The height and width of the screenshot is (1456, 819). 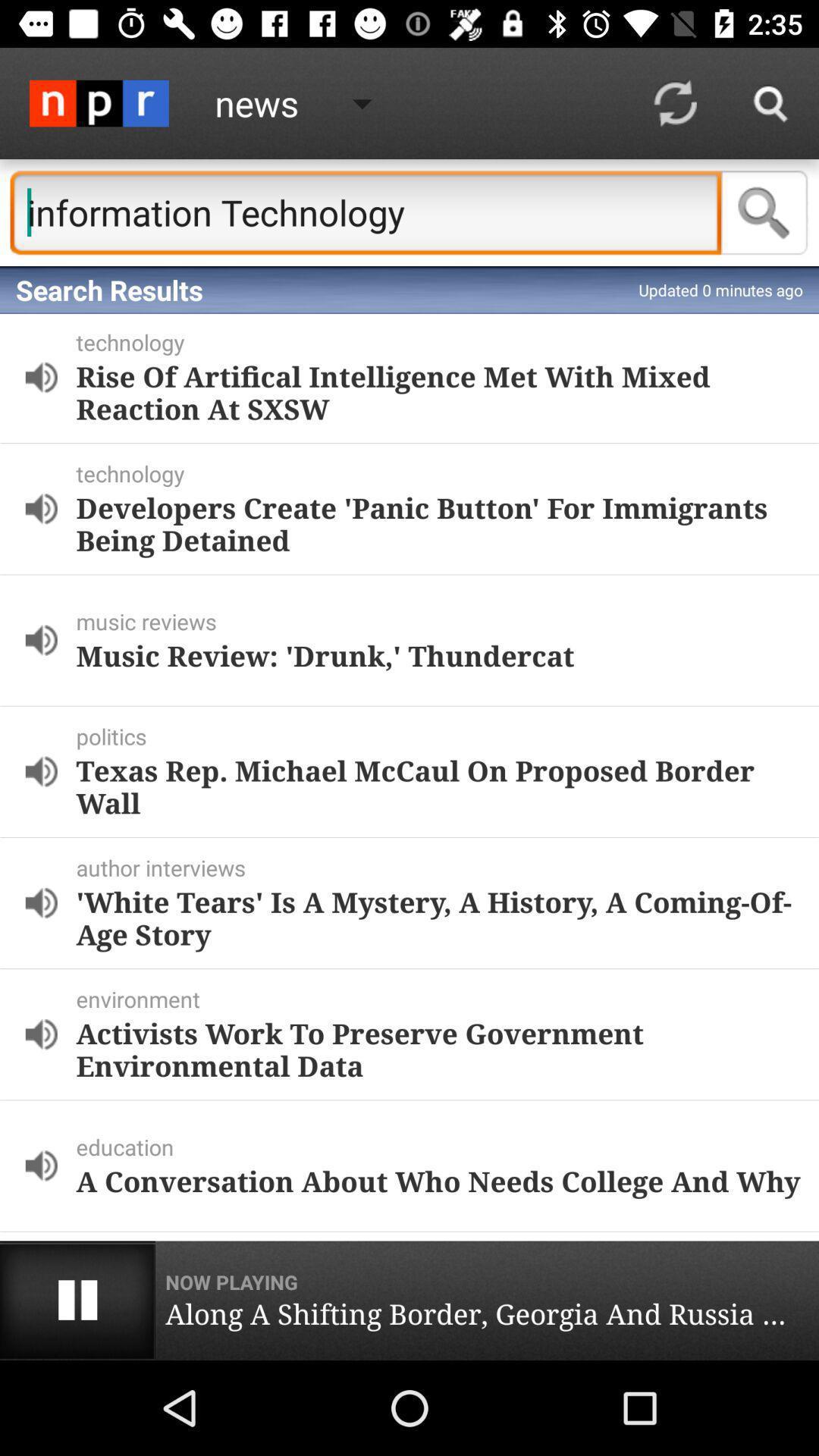 I want to click on the item below technology item, so click(x=438, y=523).